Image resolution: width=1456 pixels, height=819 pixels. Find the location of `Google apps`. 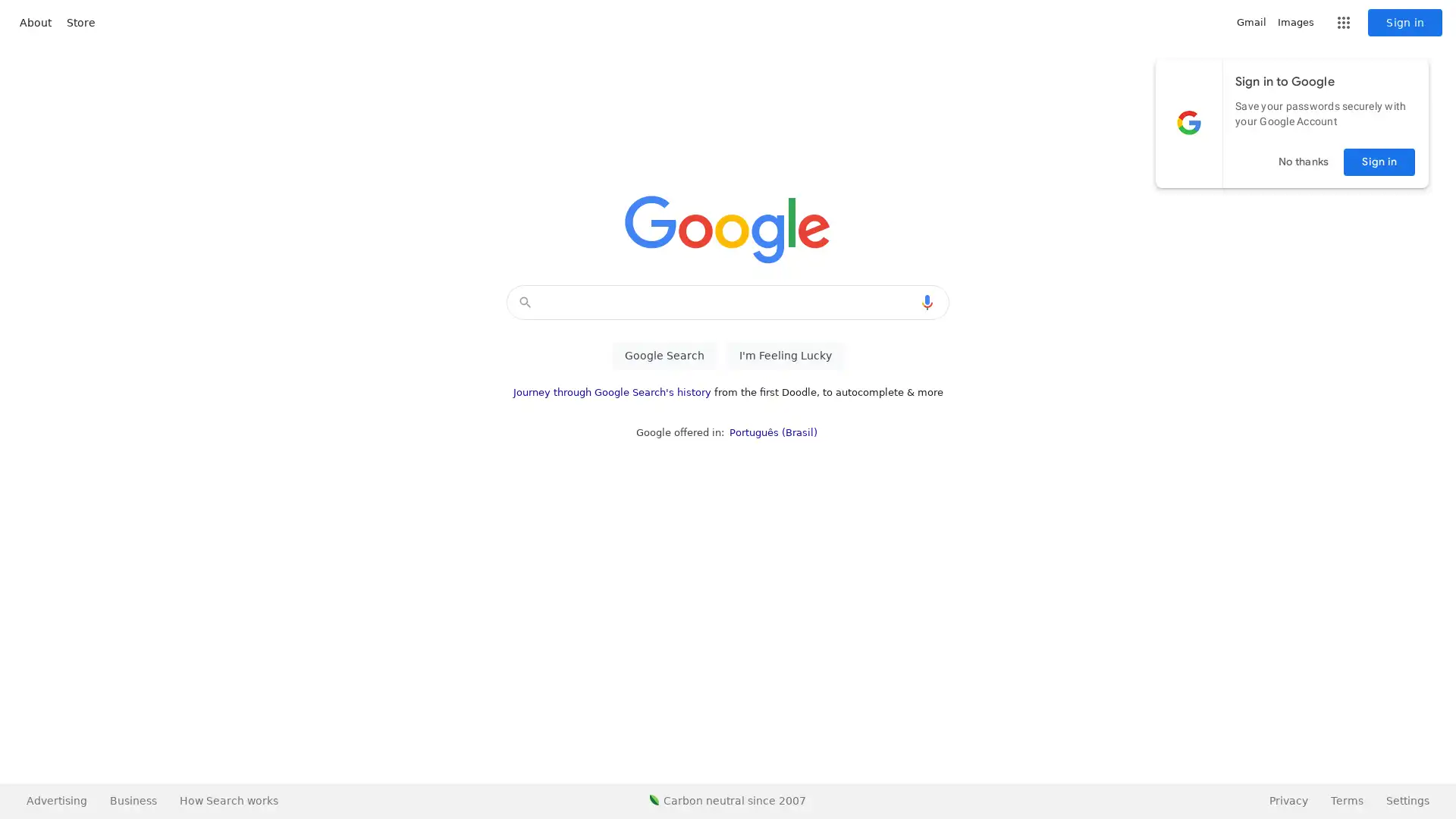

Google apps is located at coordinates (1343, 23).